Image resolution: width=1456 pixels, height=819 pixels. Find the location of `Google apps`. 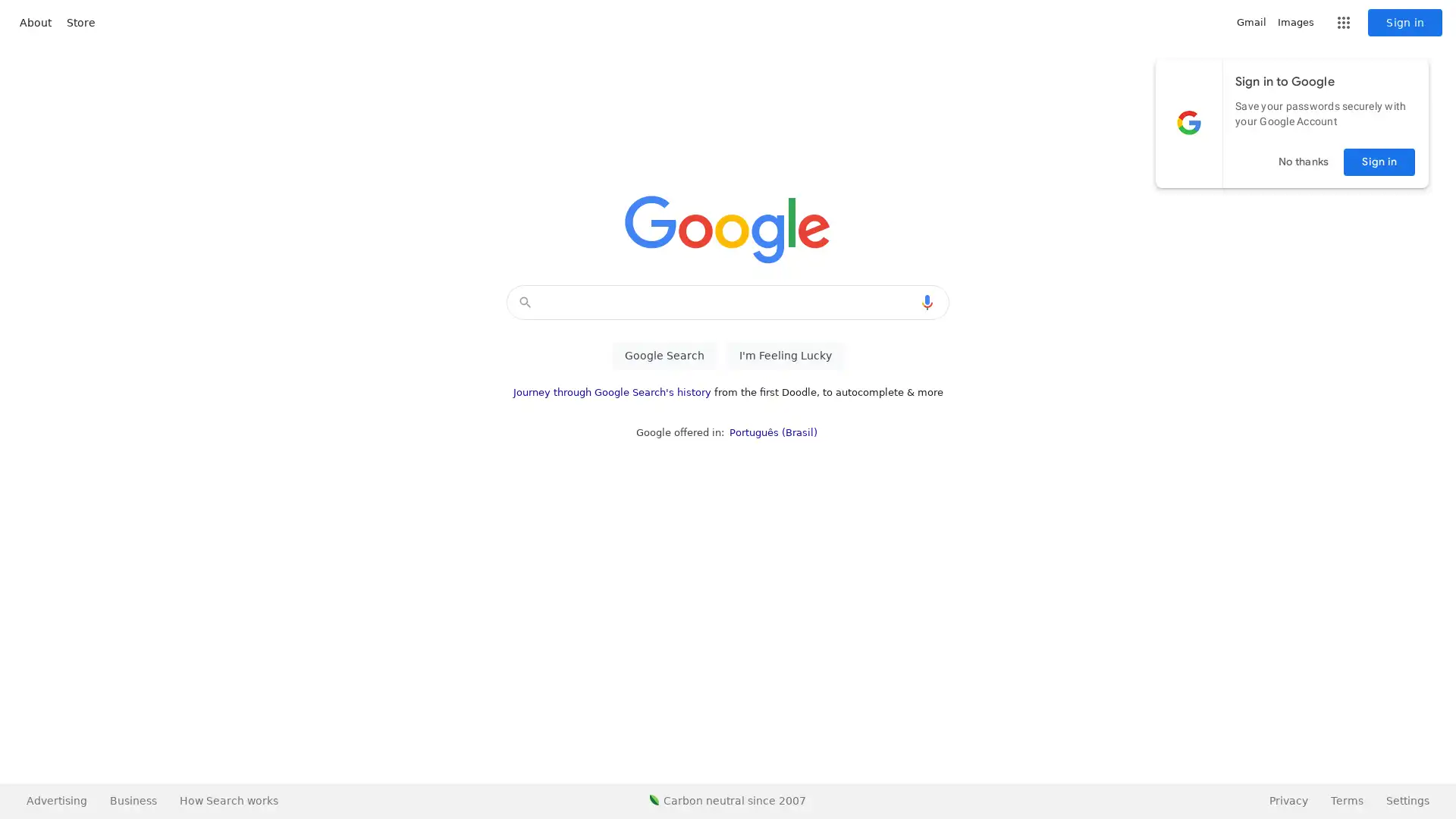

Google apps is located at coordinates (1343, 23).